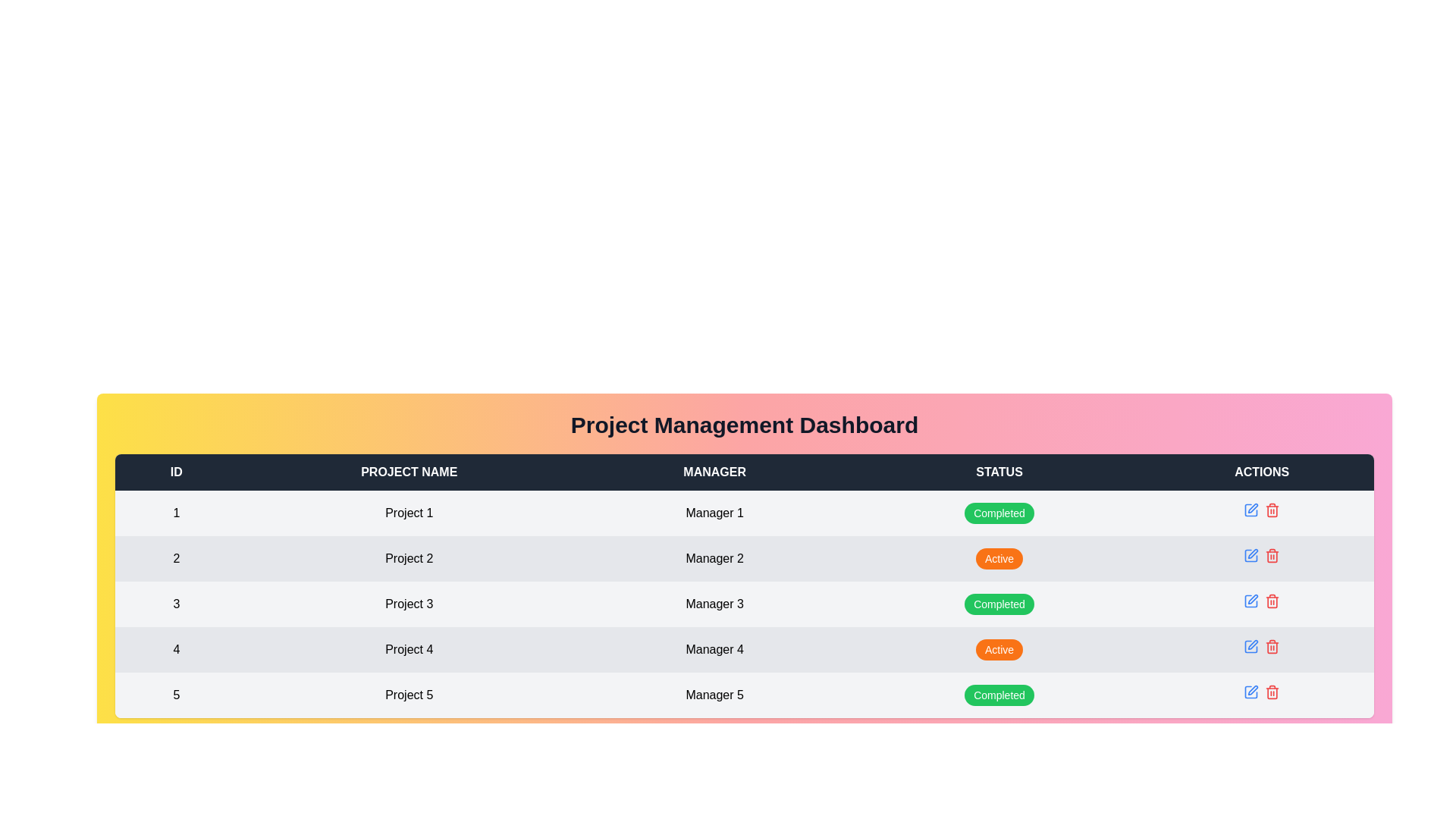  What do you see at coordinates (999, 695) in the screenshot?
I see `the green button labeled 'Completed' in the STATUS column of the fifth row of the table, which is positioned between 'Manager 5' and the ACTIONS section` at bounding box center [999, 695].